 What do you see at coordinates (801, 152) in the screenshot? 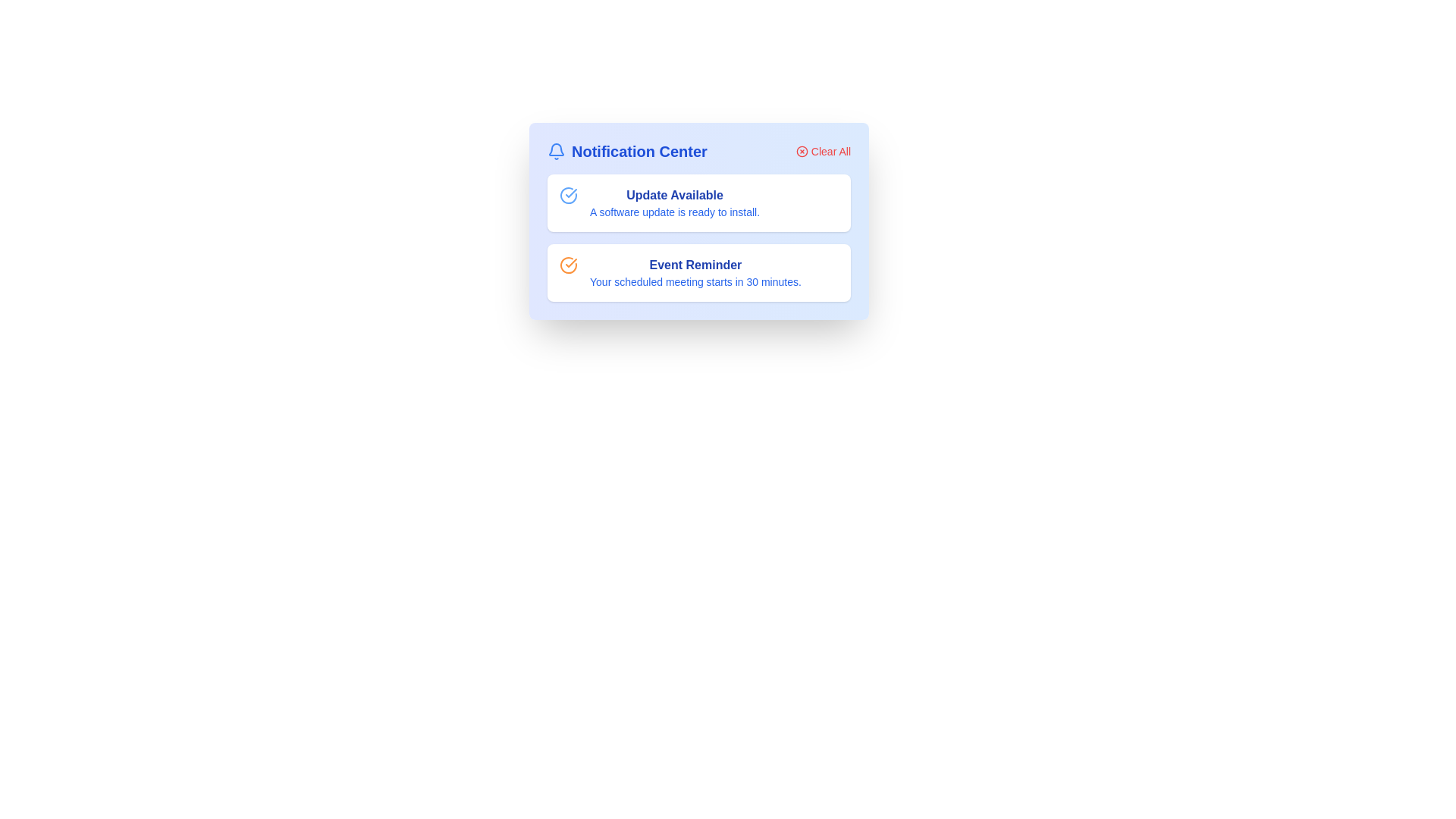
I see `the 'Clear All' icon, which is a circular outline with a diagonal cross ('X') inside, located in the top-right corner of the notification center box` at bounding box center [801, 152].